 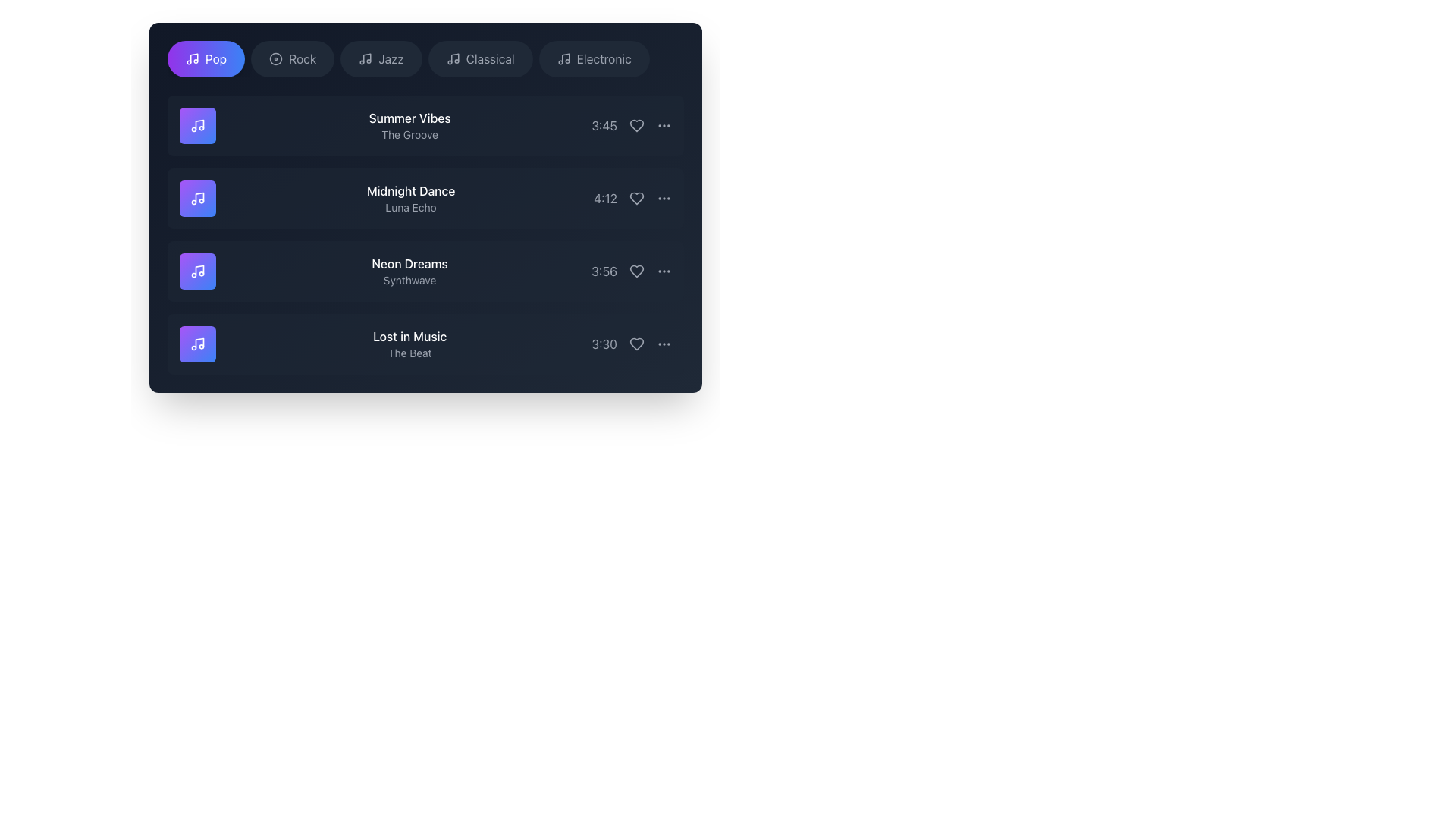 What do you see at coordinates (196, 271) in the screenshot?
I see `the music or audio content icon located in the third row, positioned to the left of the text 'Neon Dreams' and 'Synthwave'` at bounding box center [196, 271].